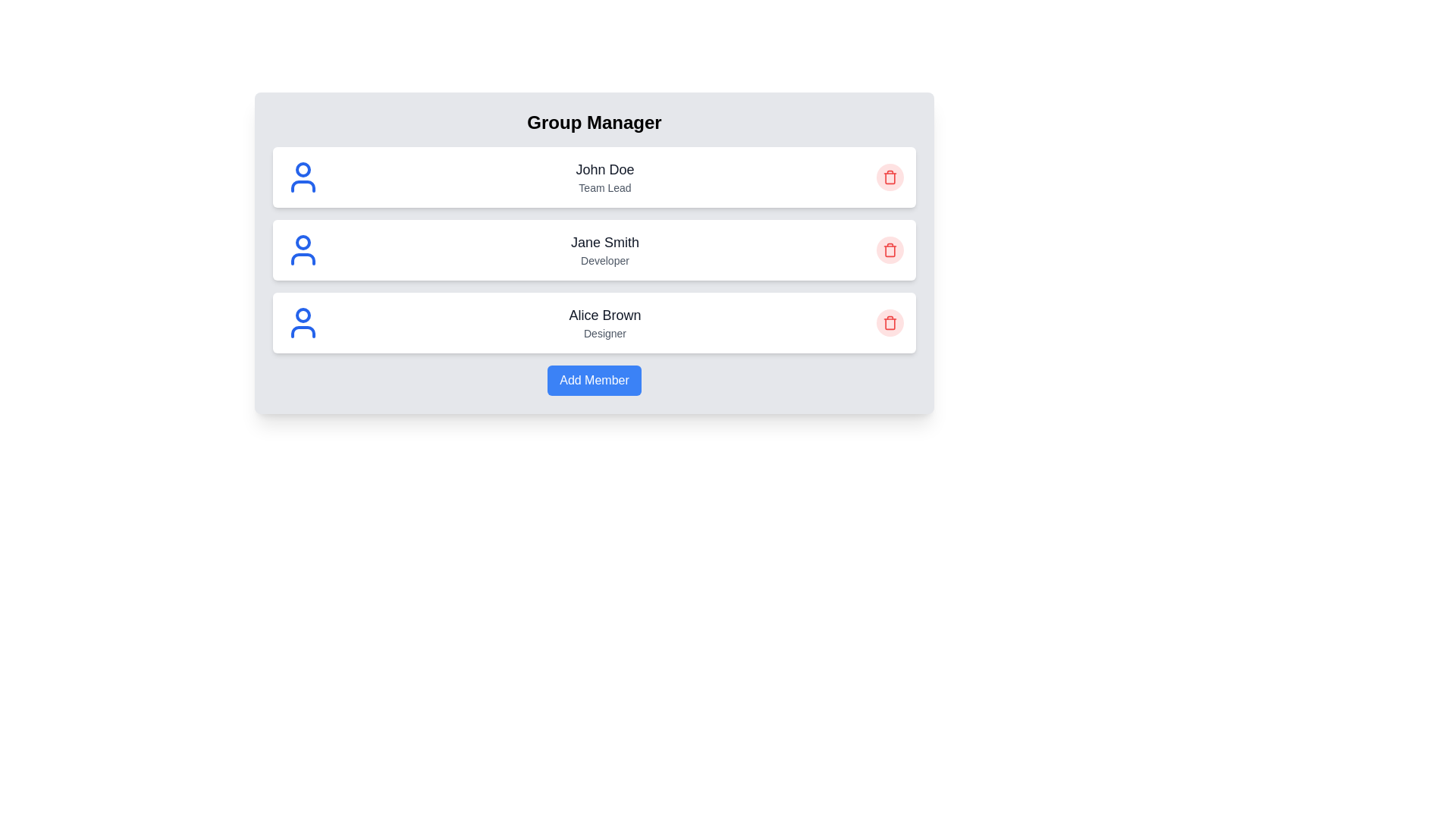 This screenshot has height=819, width=1456. Describe the element at coordinates (604, 169) in the screenshot. I see `the text element displaying the name 'John Doe' in bold, medium-sized dark gray font, located at the top of the first user entry in the list` at that location.